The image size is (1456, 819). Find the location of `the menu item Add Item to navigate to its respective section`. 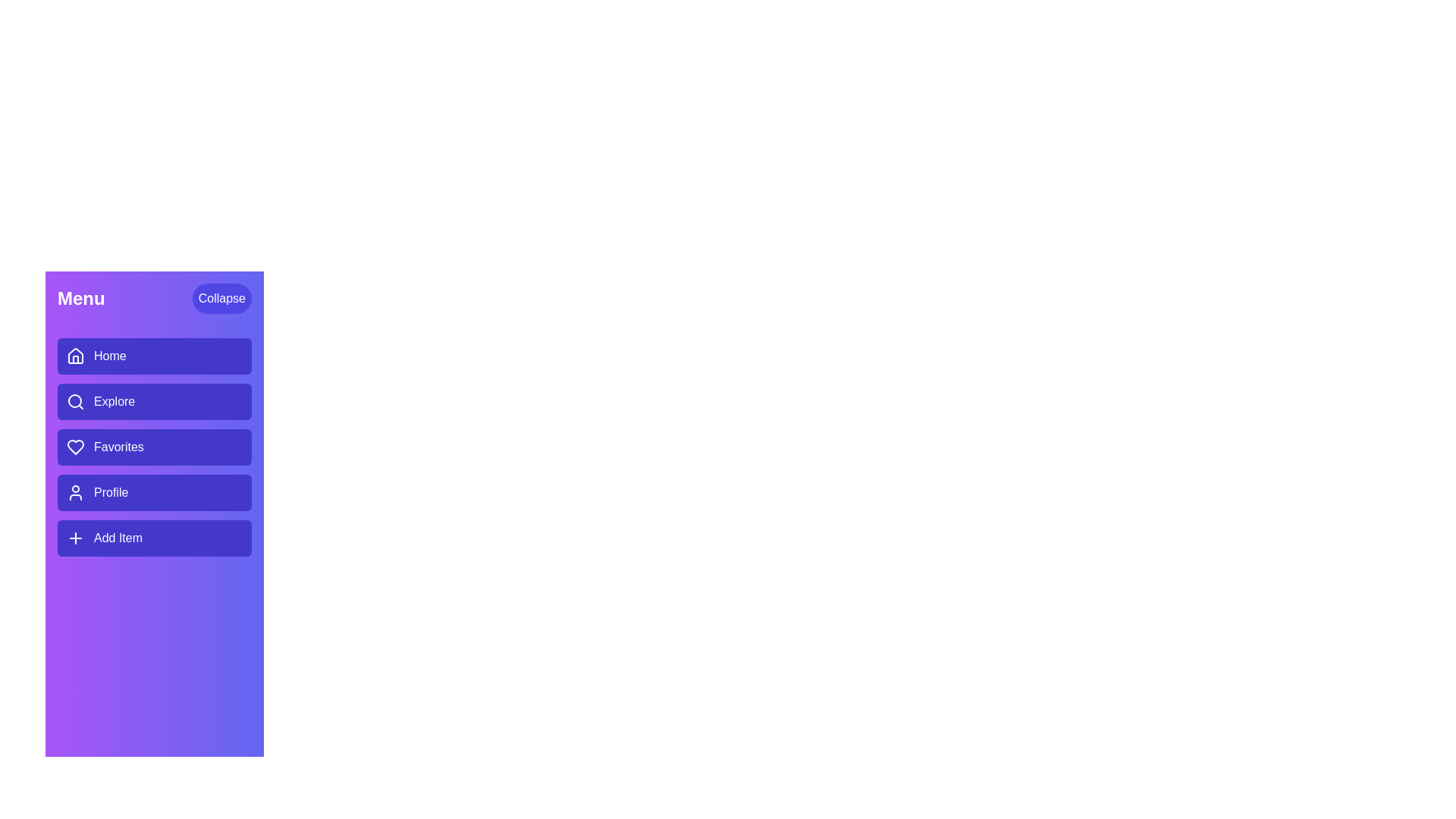

the menu item Add Item to navigate to its respective section is located at coordinates (154, 537).